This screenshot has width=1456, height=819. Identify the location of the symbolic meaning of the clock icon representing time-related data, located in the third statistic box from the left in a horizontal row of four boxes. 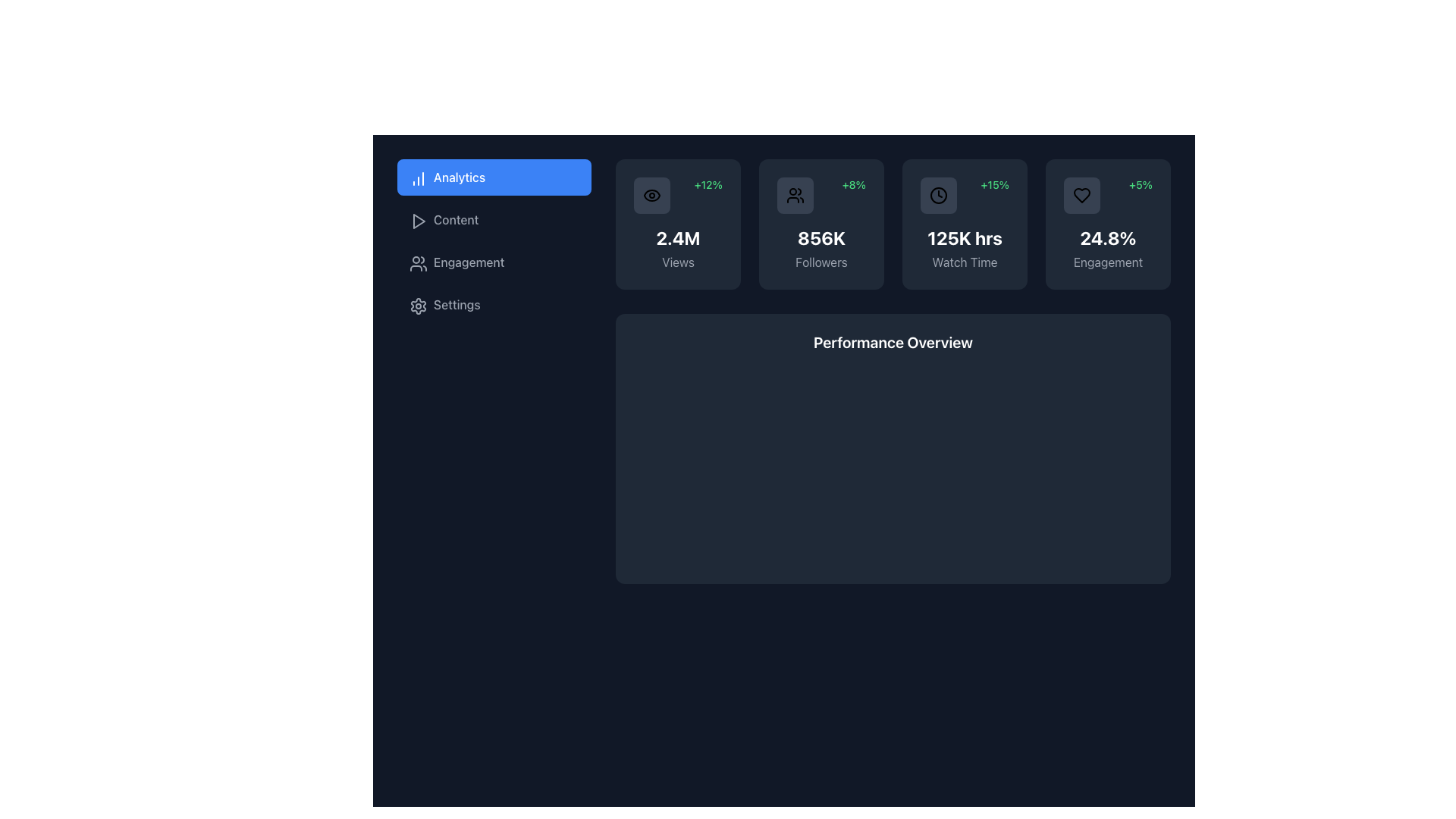
(938, 195).